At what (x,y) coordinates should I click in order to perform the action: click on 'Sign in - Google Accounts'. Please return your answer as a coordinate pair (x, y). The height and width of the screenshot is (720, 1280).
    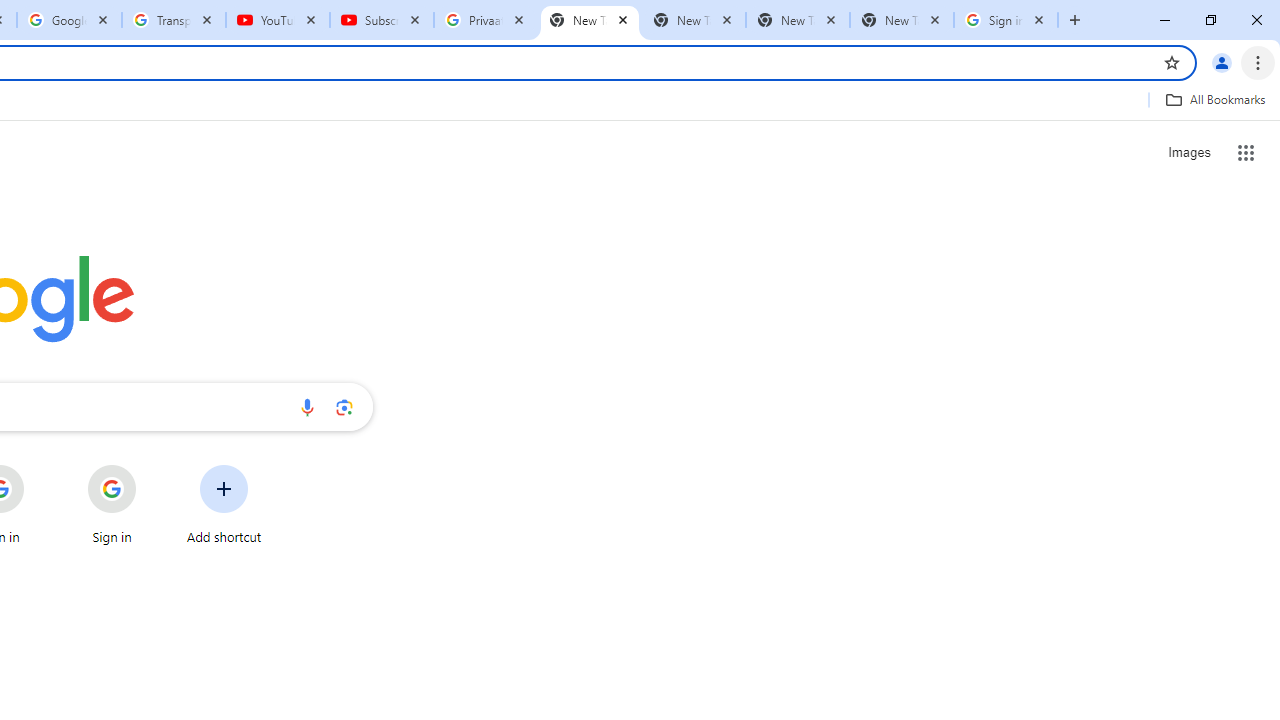
    Looking at the image, I should click on (1006, 20).